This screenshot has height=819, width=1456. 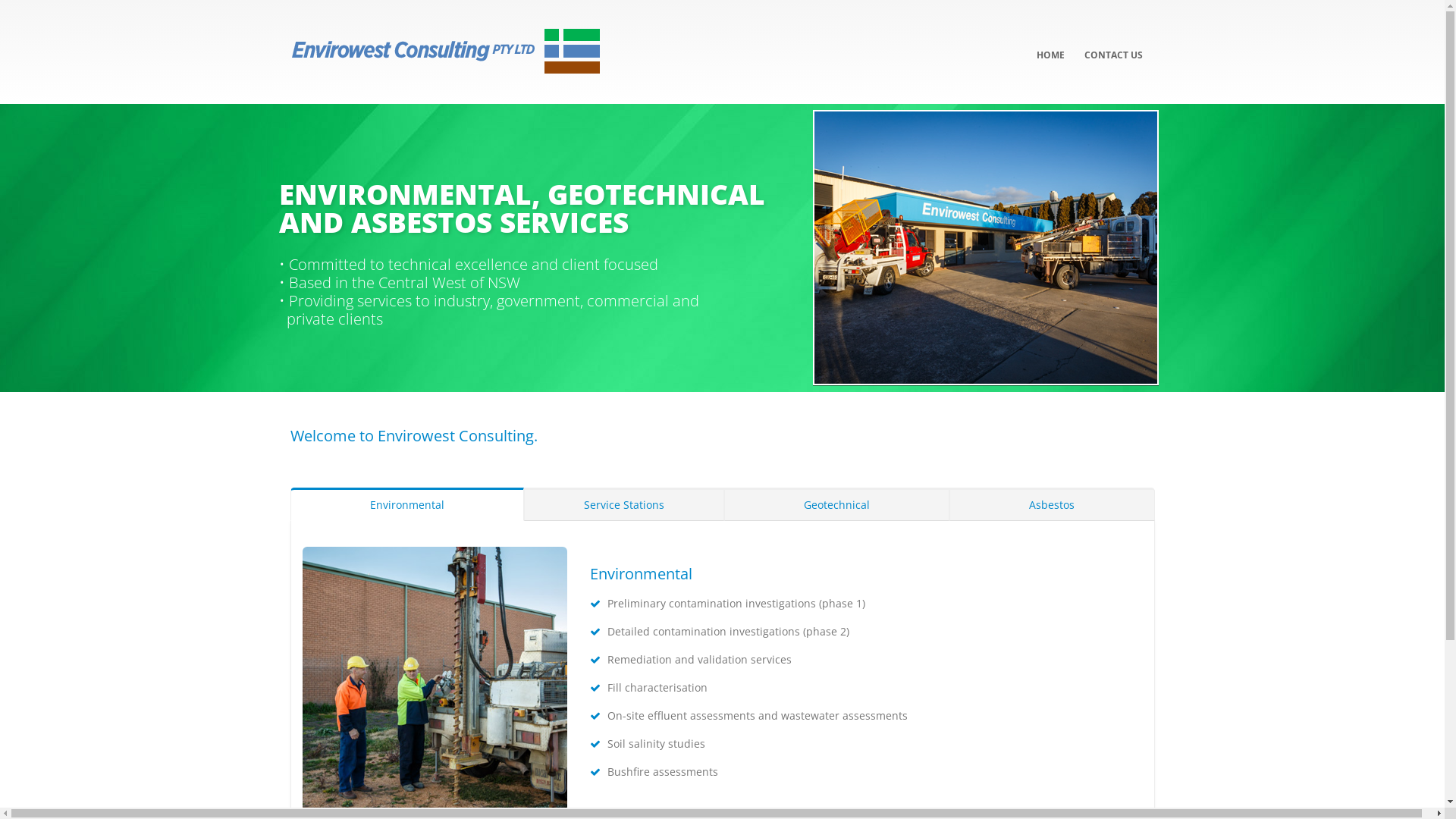 What do you see at coordinates (1073, 42) in the screenshot?
I see `'CONTACT US'` at bounding box center [1073, 42].